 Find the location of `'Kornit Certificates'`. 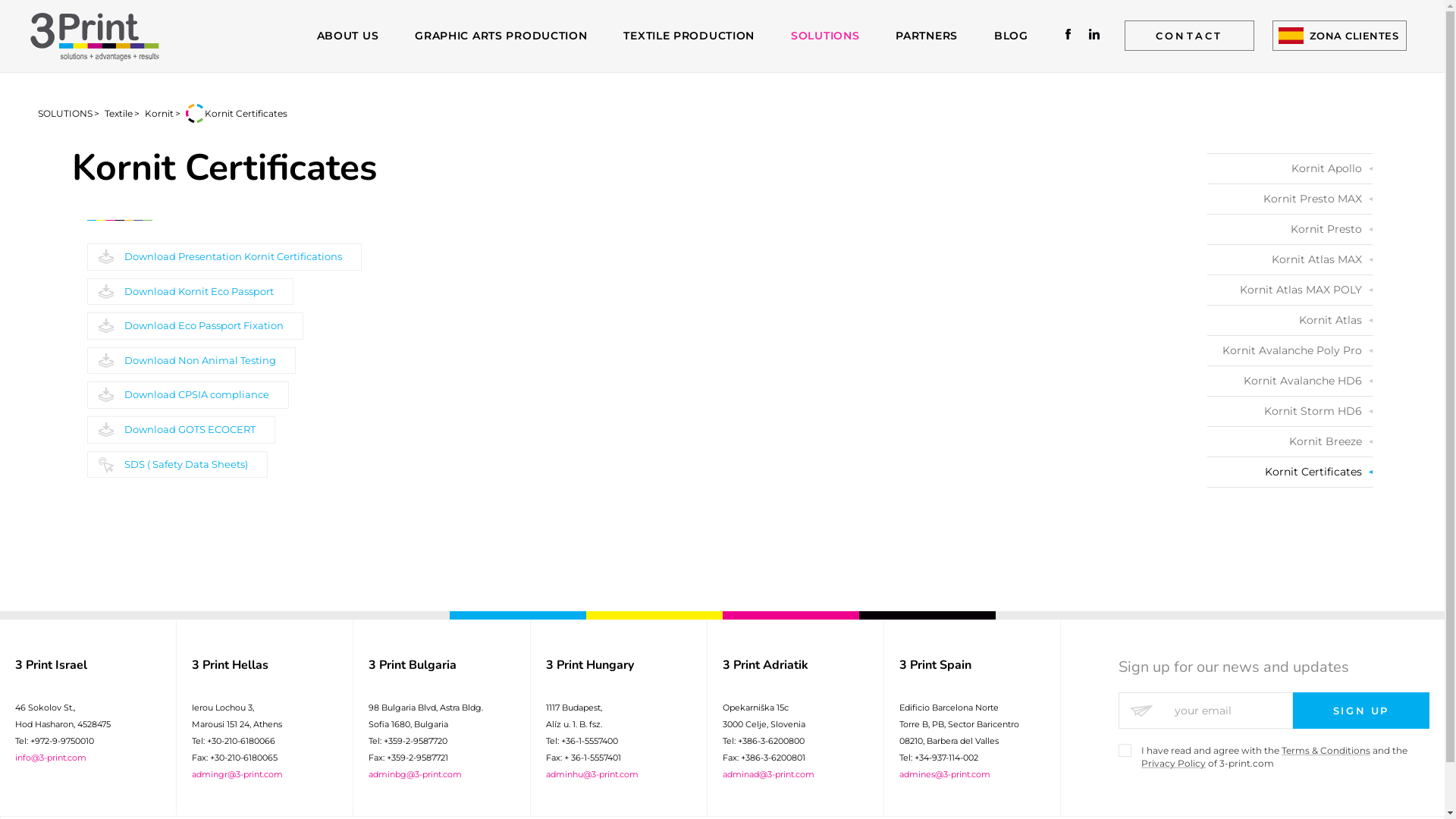

'Kornit Certificates' is located at coordinates (1288, 471).